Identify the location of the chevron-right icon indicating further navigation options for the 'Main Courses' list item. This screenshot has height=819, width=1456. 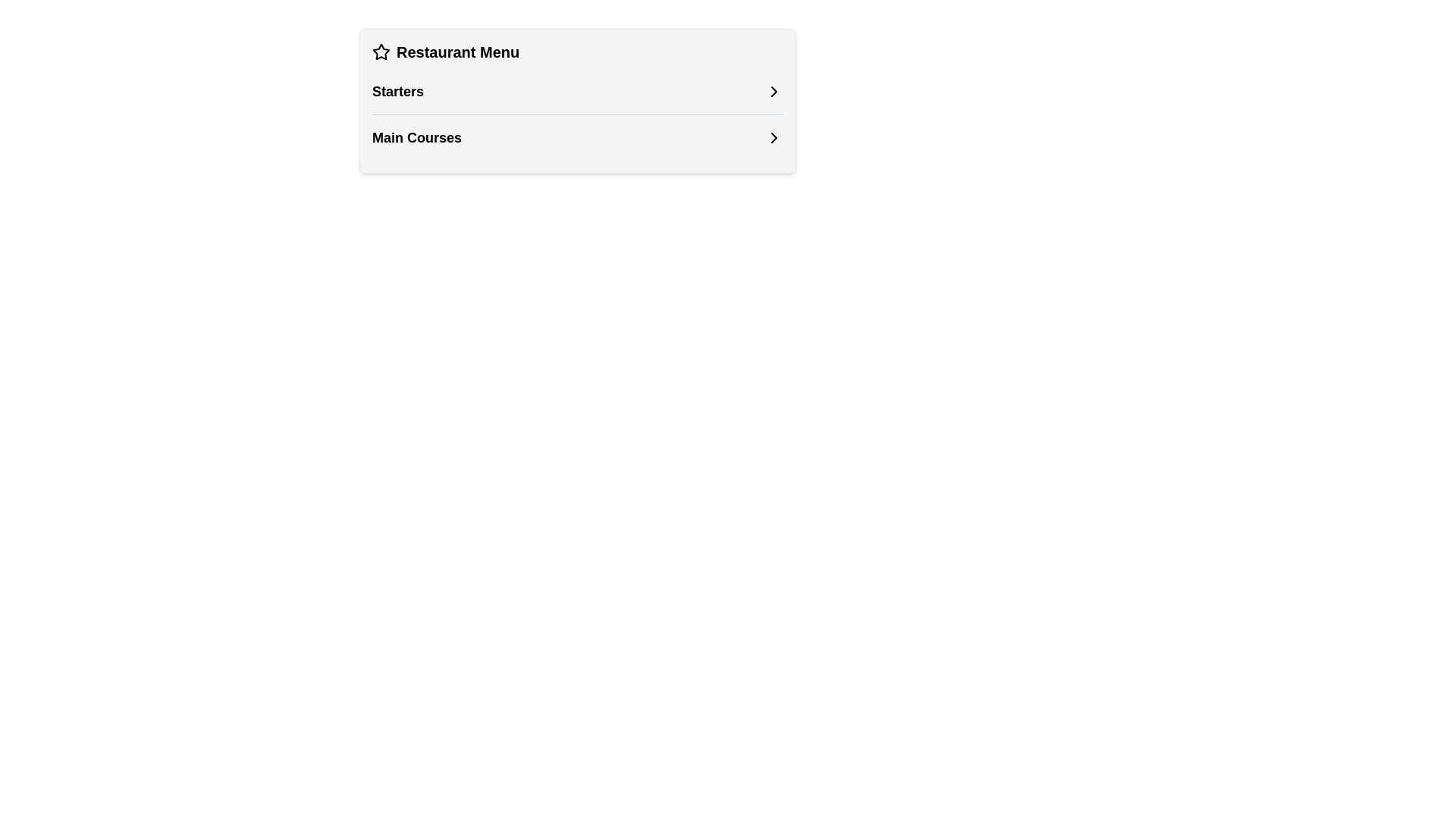
(774, 137).